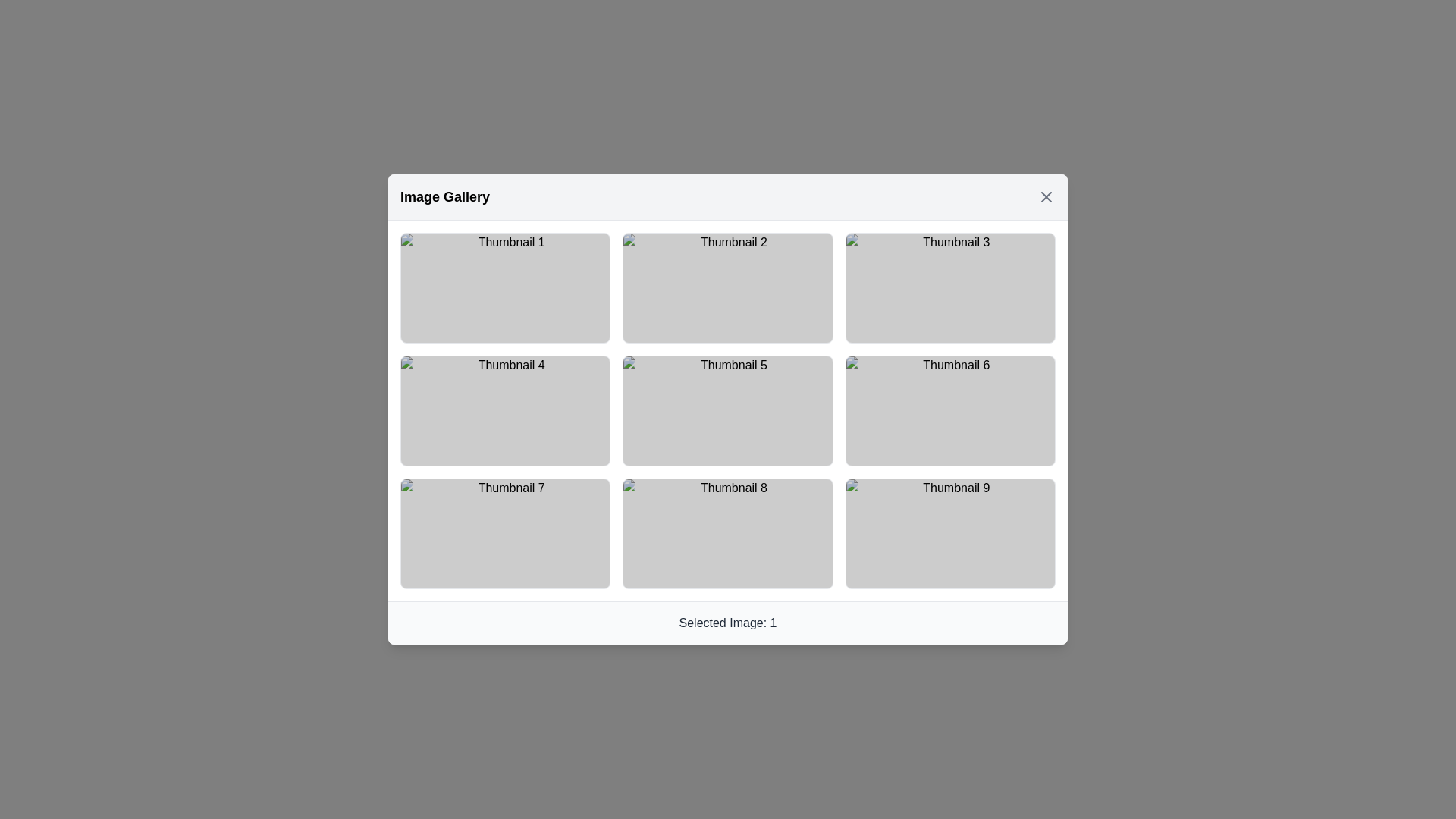 Image resolution: width=1456 pixels, height=819 pixels. What do you see at coordinates (949, 288) in the screenshot?
I see `the Overlay component of the third thumbnail in the grid layout to view its active state change` at bounding box center [949, 288].